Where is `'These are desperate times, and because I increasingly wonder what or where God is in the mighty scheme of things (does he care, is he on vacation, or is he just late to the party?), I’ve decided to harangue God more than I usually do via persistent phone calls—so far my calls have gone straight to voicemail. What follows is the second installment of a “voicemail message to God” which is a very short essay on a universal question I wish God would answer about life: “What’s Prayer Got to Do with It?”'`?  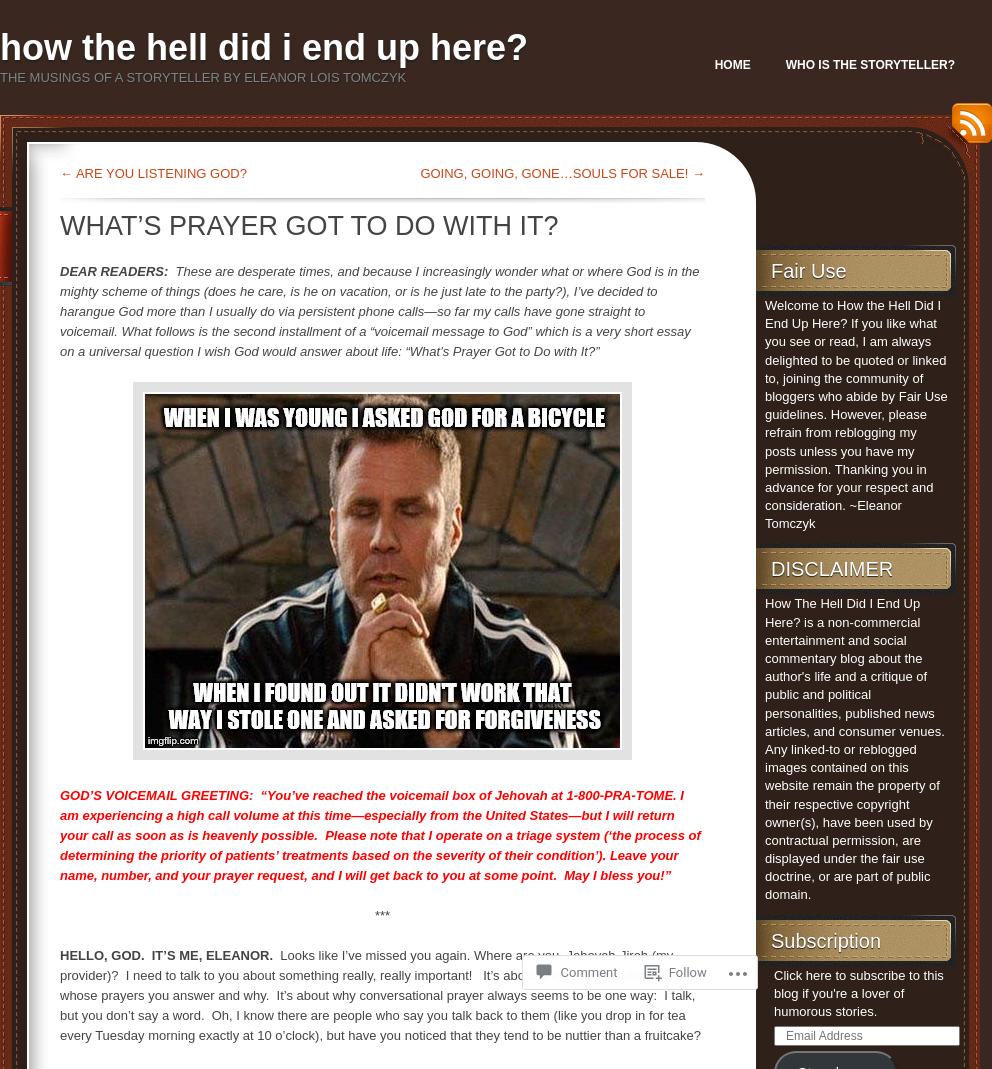 'These are desperate times, and because I increasingly wonder what or where God is in the mighty scheme of things (does he care, is he on vacation, or is he just late to the party?), I’ve decided to harangue God more than I usually do via persistent phone calls—so far my calls have gone straight to voicemail. What follows is the second installment of a “voicemail message to God” which is a very short essay on a universal question I wish God would answer about life: “What’s Prayer Got to Do with It?”' is located at coordinates (379, 310).